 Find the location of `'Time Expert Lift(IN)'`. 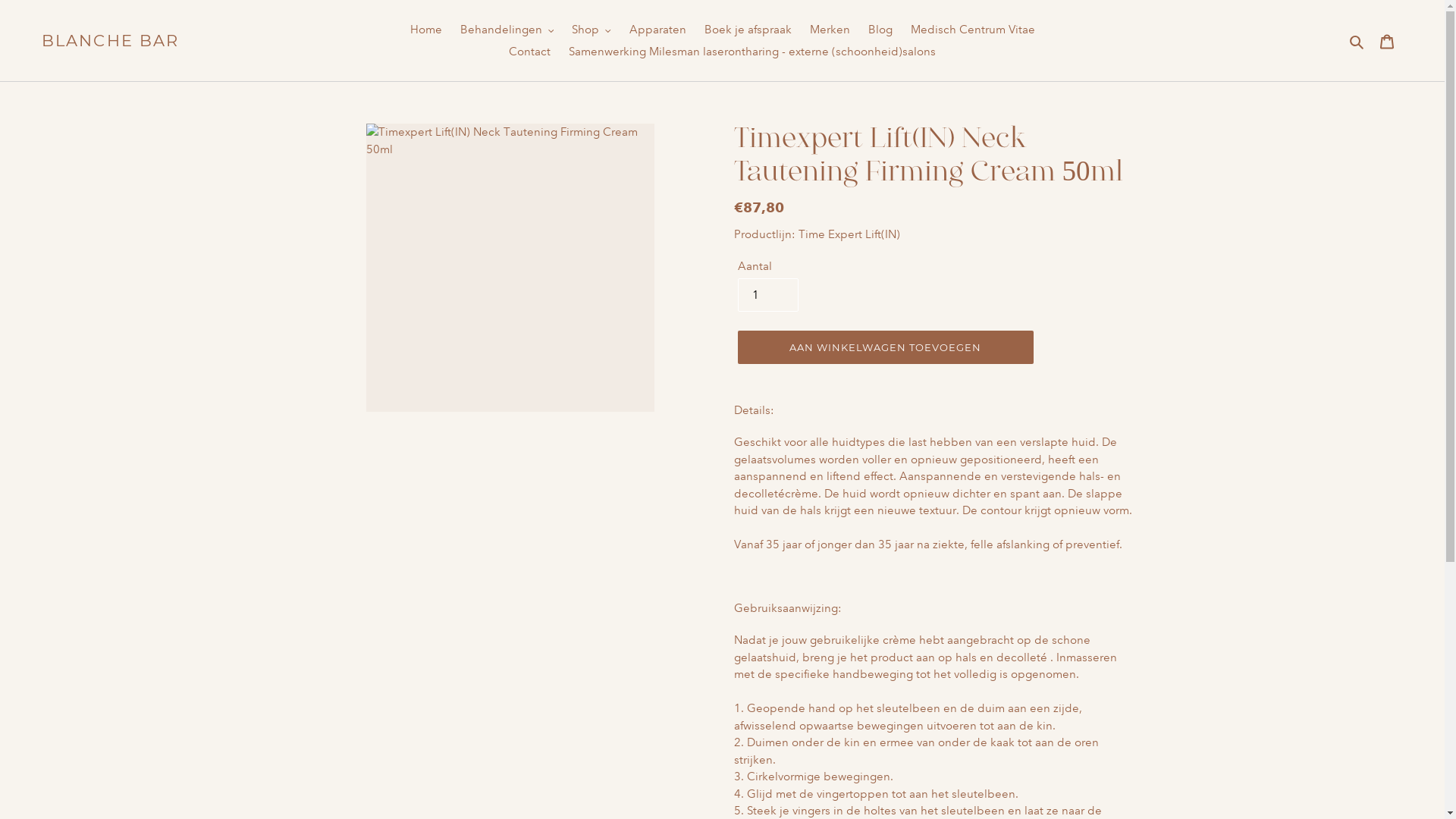

'Time Expert Lift(IN)' is located at coordinates (847, 234).